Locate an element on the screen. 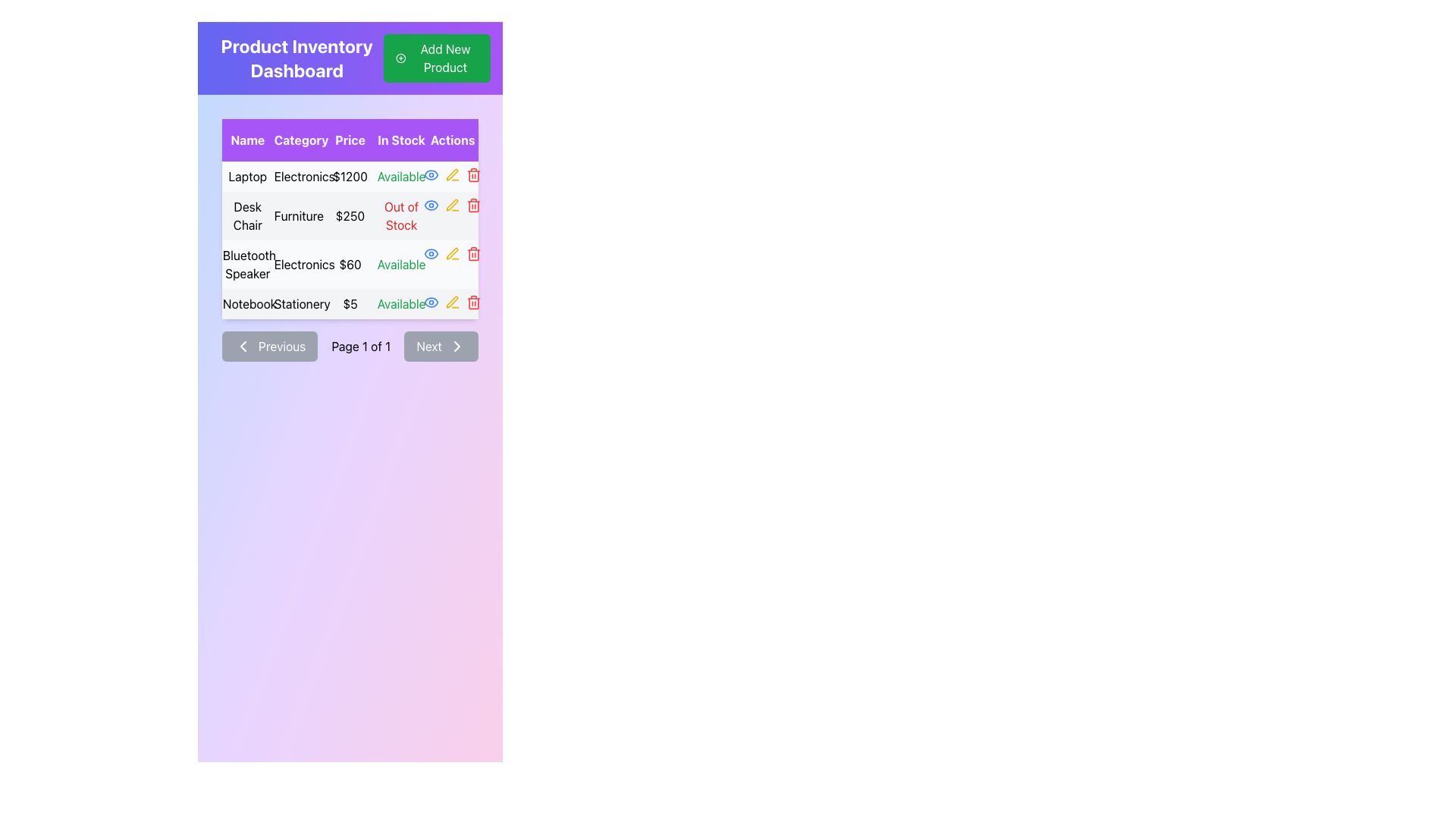 The width and height of the screenshot is (1456, 819). the blue circular eye icon located in the 'Actions' column of the fourth row in the table for the product 'Notebook' is located at coordinates (431, 302).